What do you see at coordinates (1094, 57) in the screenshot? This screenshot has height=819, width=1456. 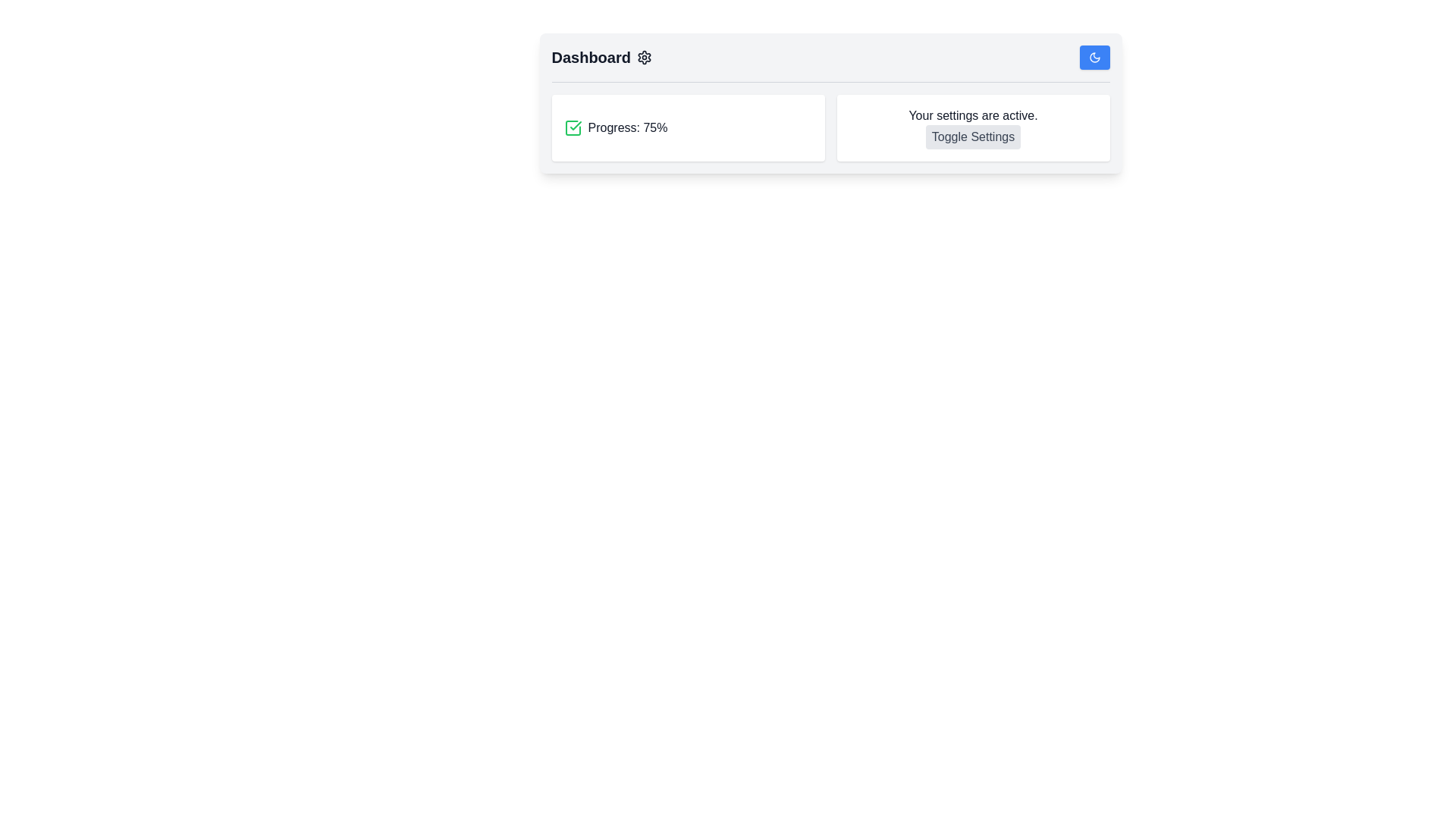 I see `the toggle button for theme switching, located at the top-right corner of the header, next to the 'Dashboard' text and settings icon` at bounding box center [1094, 57].